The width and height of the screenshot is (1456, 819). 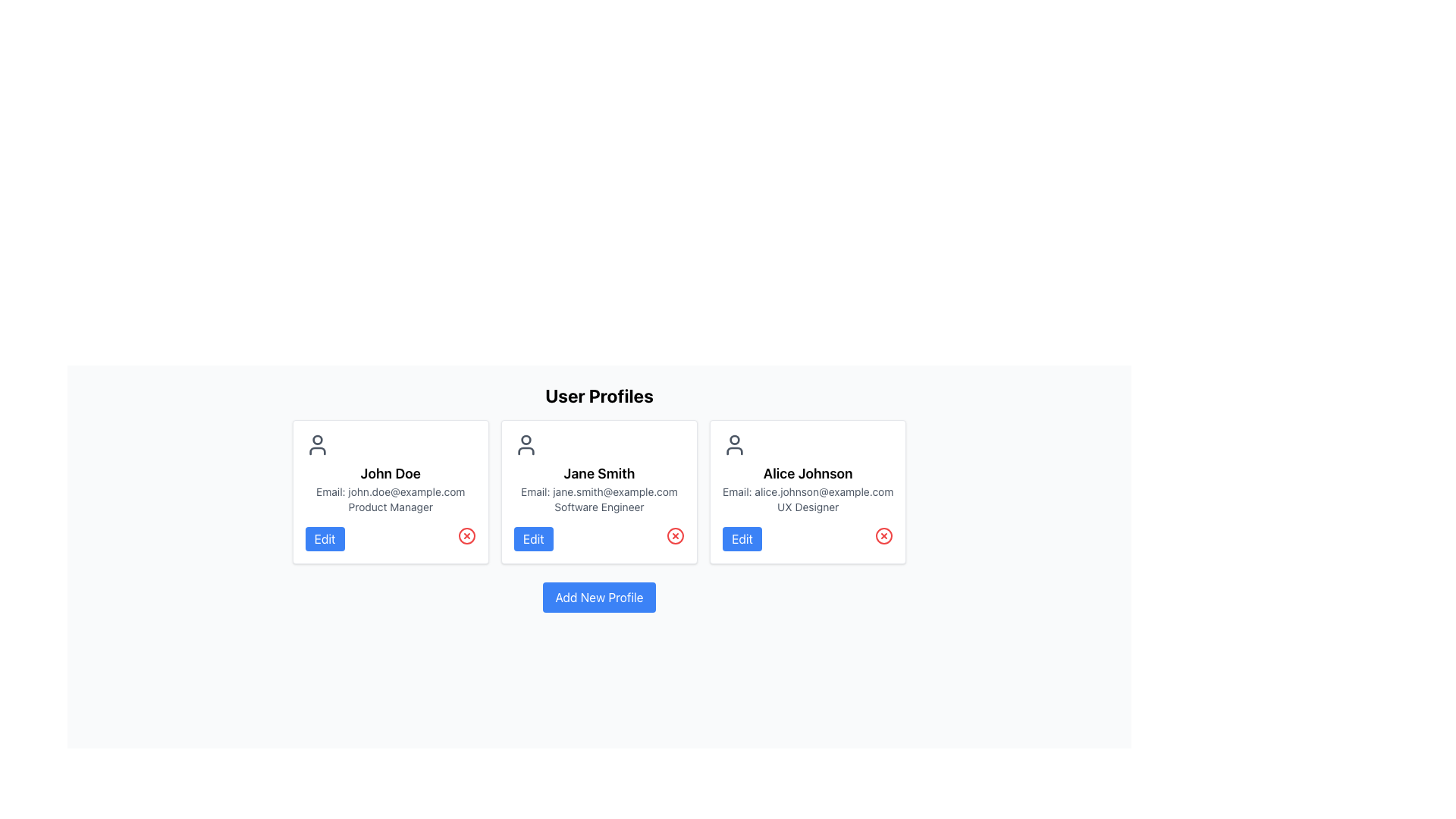 What do you see at coordinates (735, 450) in the screenshot?
I see `the lower part of the user icon for 'Alice Johnson', which is styled as a curved line forming the shoulders of the silhouette in grayscale` at bounding box center [735, 450].